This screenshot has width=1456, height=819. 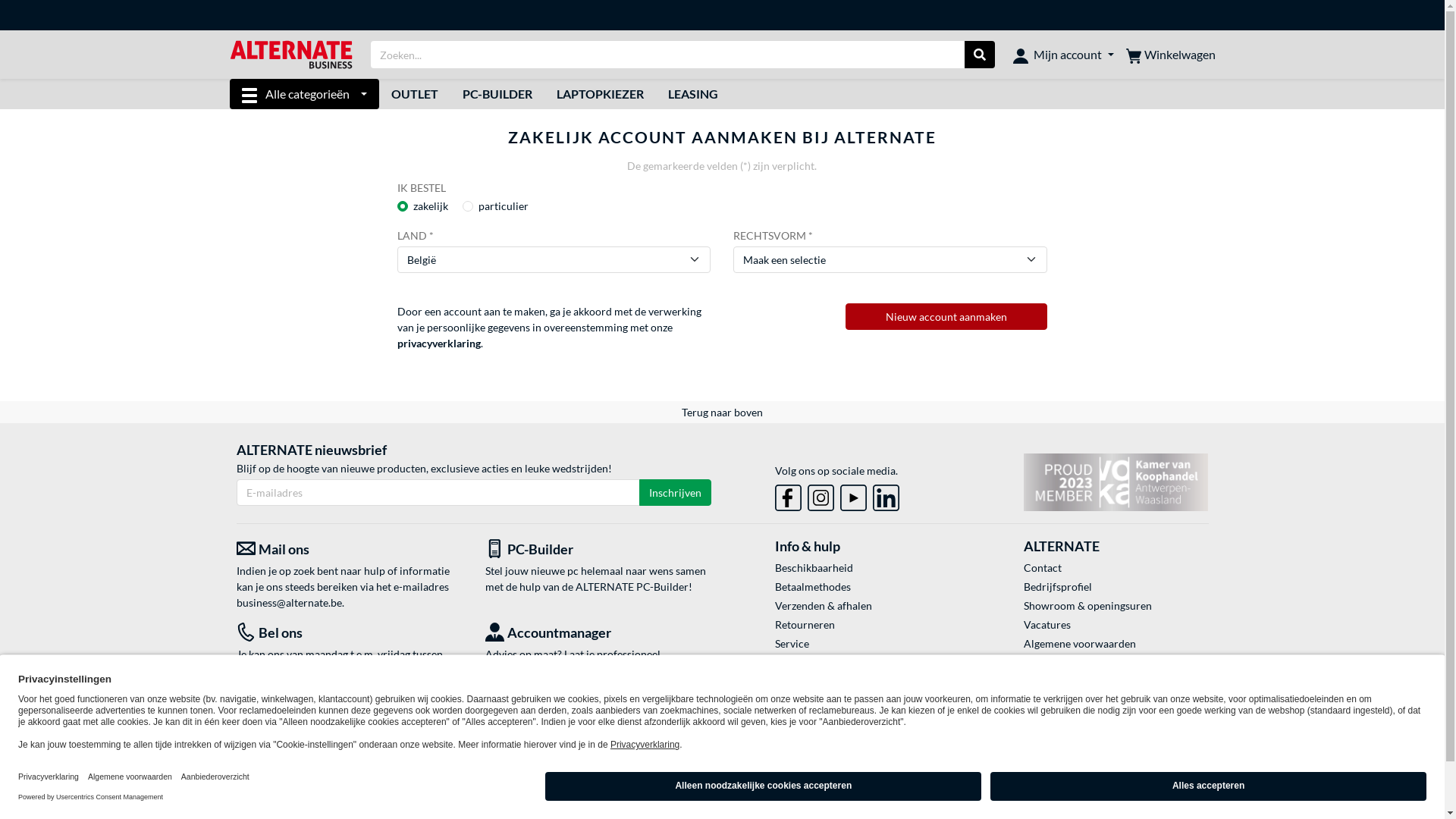 What do you see at coordinates (788, 494) in the screenshot?
I see `'Facebook'` at bounding box center [788, 494].